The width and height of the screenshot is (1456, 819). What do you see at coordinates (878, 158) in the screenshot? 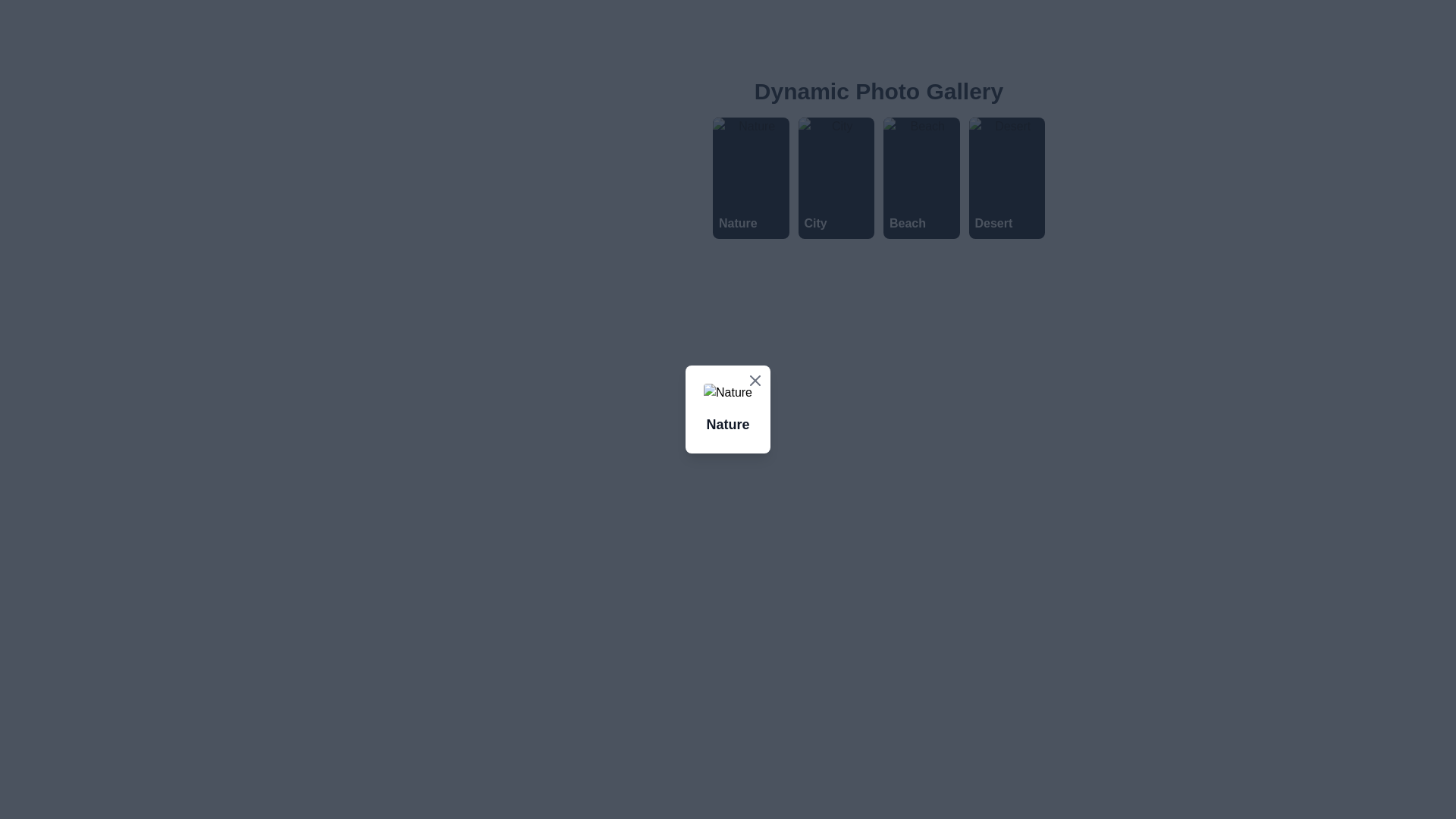
I see `the 'Beach' image placeholder` at bounding box center [878, 158].